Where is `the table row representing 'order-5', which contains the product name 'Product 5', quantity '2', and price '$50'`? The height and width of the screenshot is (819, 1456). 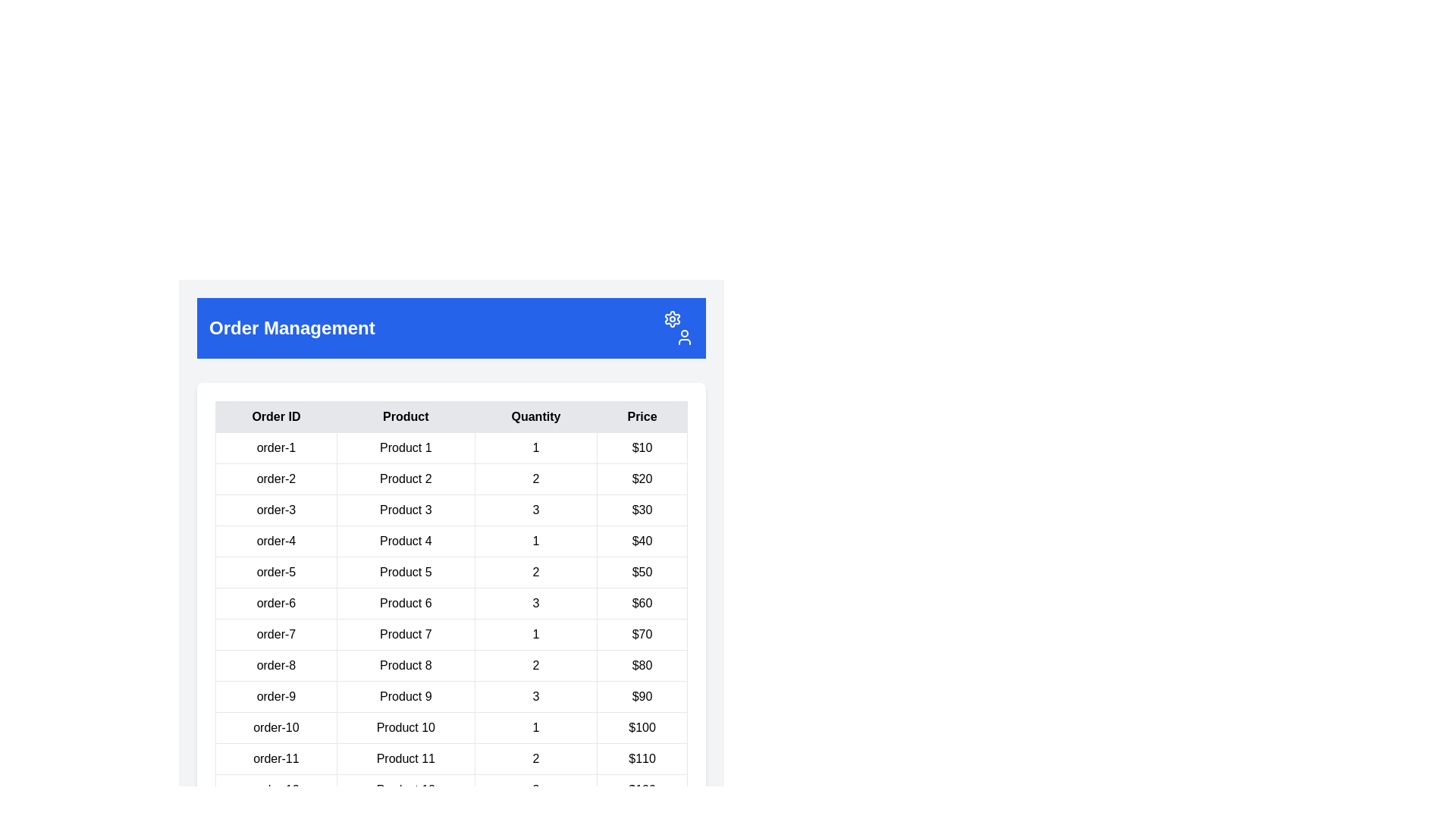
the table row representing 'order-5', which contains the product name 'Product 5', quantity '2', and price '$50' is located at coordinates (450, 573).